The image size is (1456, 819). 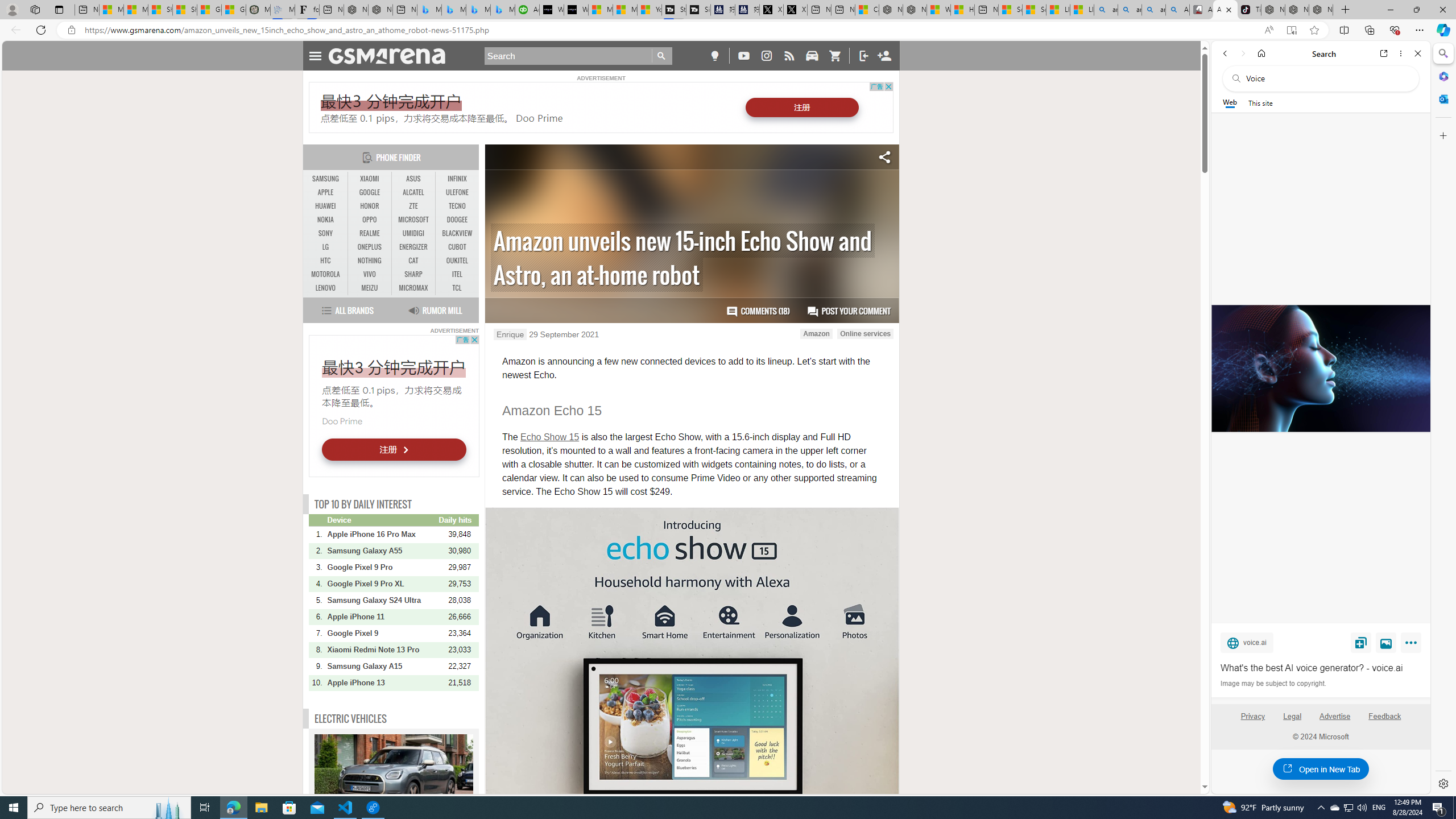 What do you see at coordinates (382, 649) in the screenshot?
I see `'Xiaomi Redmi Note 13 Pro'` at bounding box center [382, 649].